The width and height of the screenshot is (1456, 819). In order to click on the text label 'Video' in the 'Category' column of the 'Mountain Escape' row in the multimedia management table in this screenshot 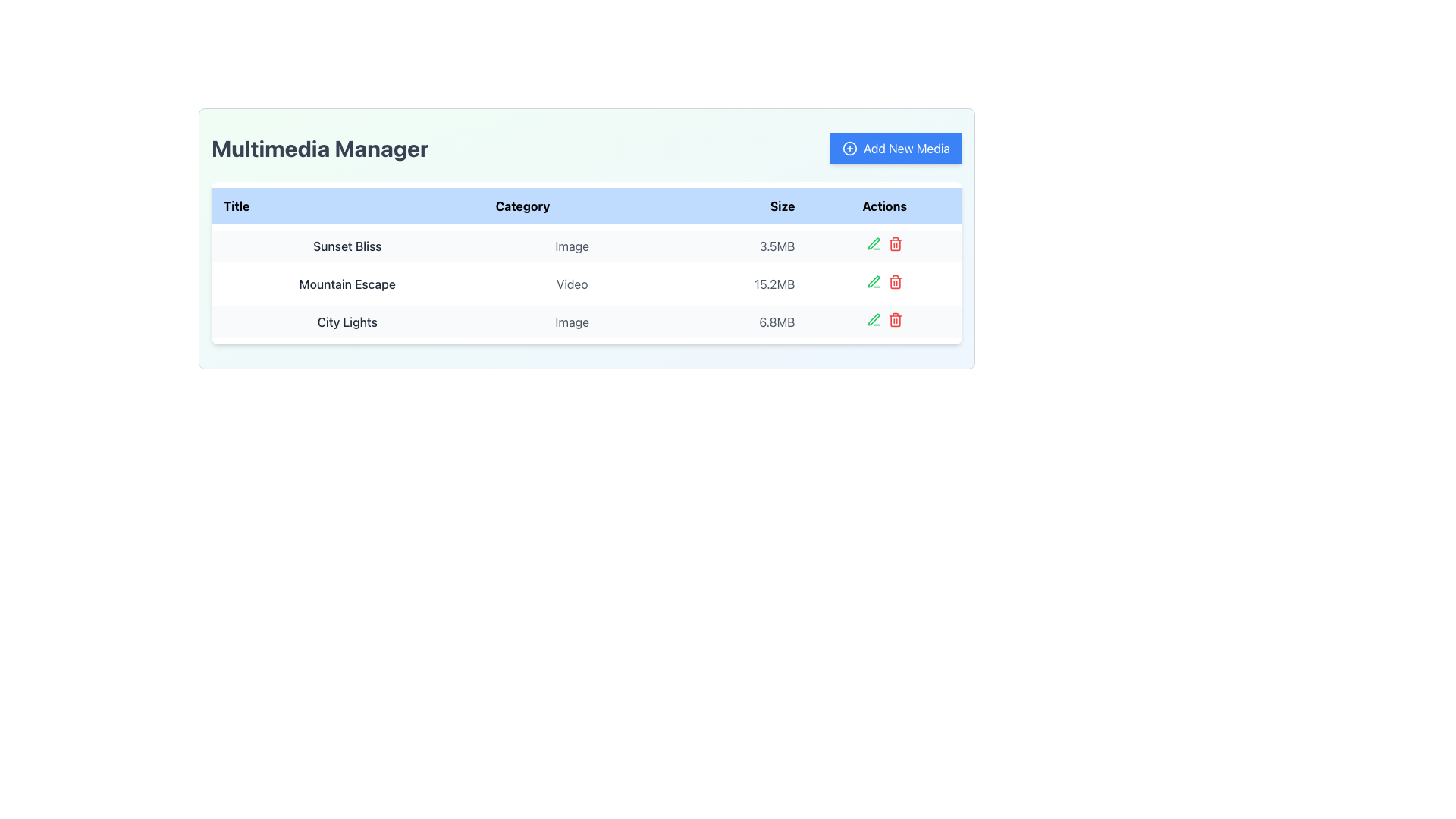, I will do `click(571, 284)`.